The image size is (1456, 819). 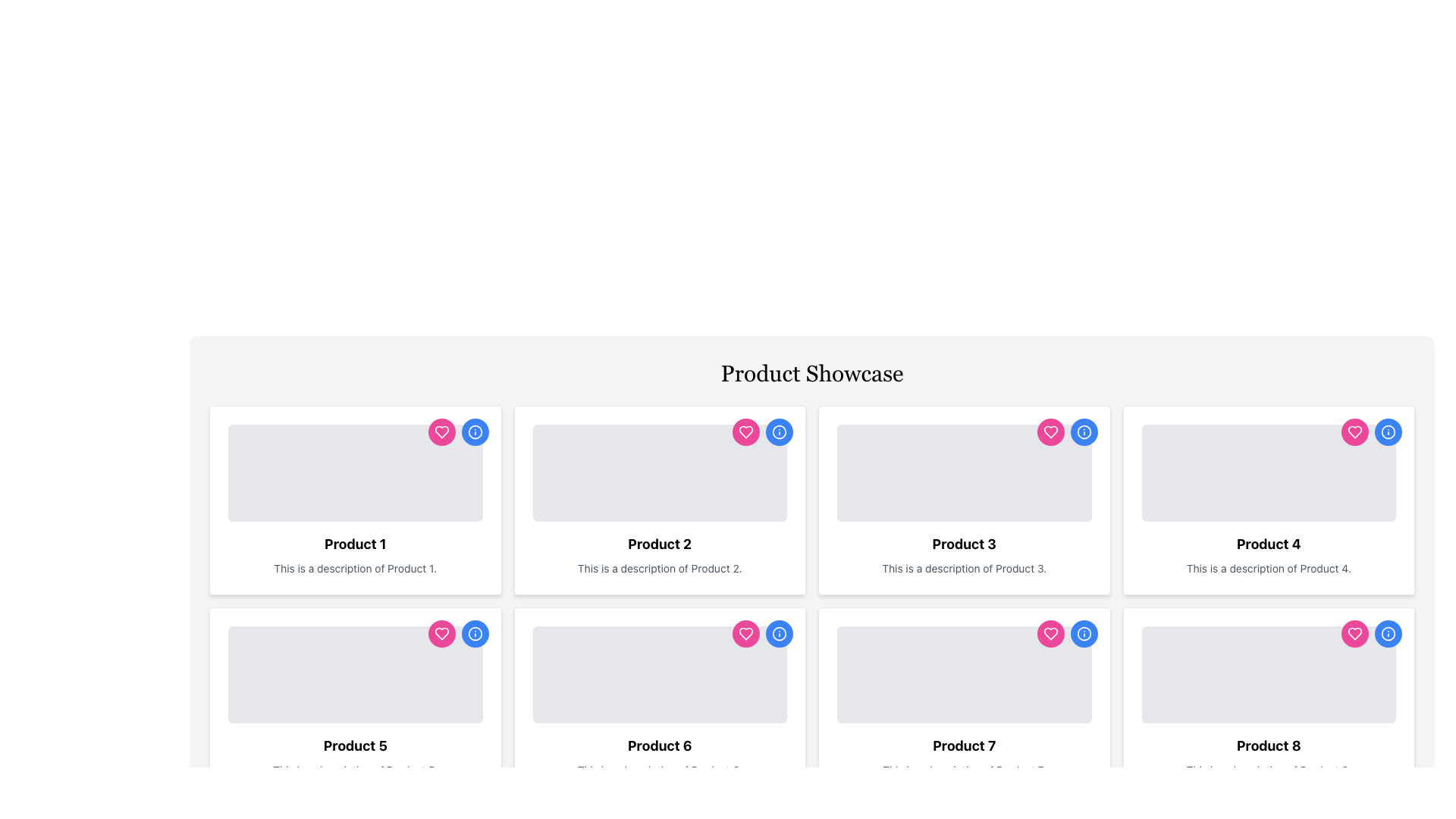 I want to click on the heart-shaped icon within the pink button located at the top-right corner of 'Product 2' in the product grid to mark it as a favorite, so click(x=745, y=634).